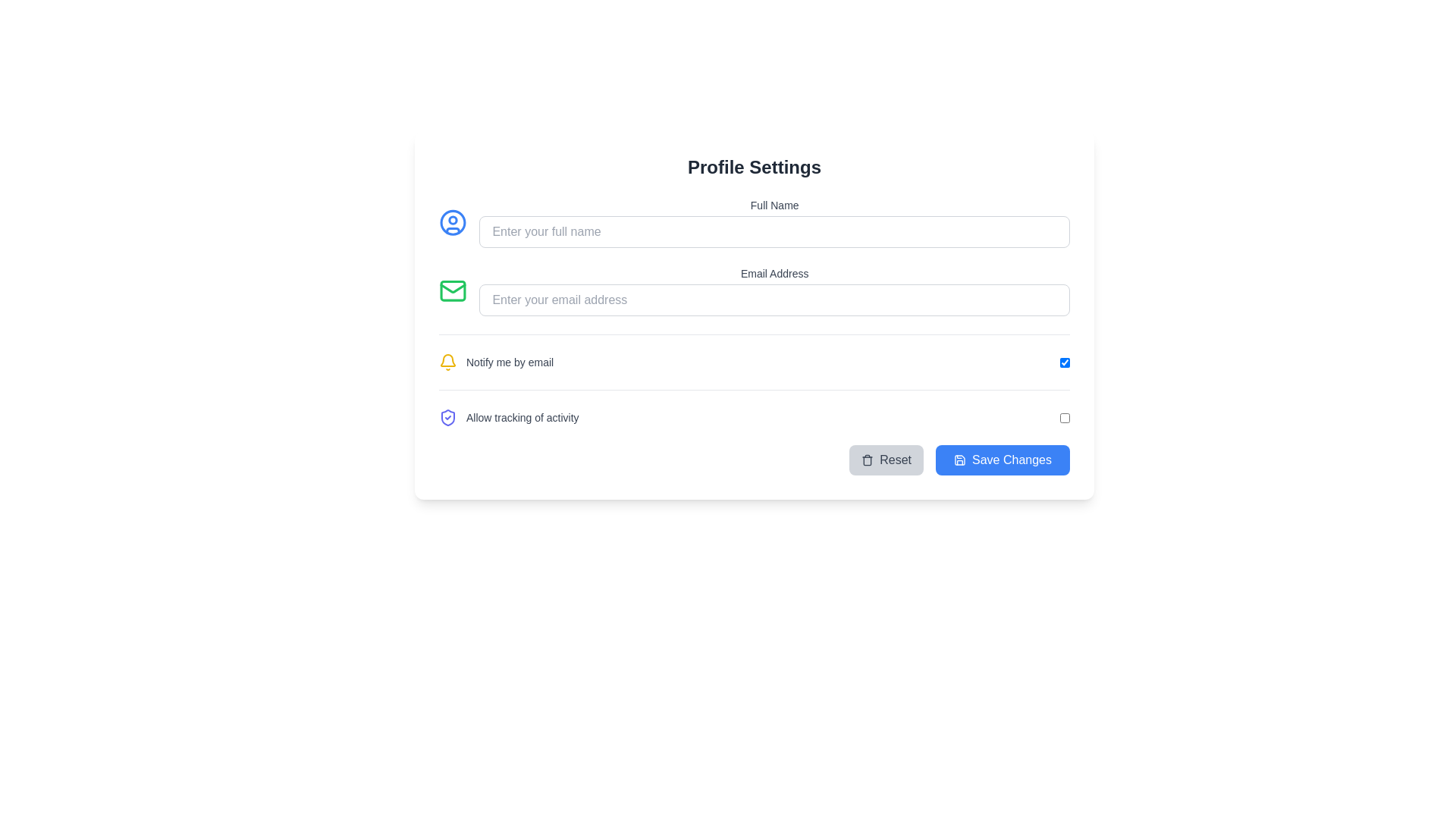 Image resolution: width=1456 pixels, height=819 pixels. I want to click on the Save icon within the blue 'Save Changes' button located in the lower-right corner, so click(959, 459).